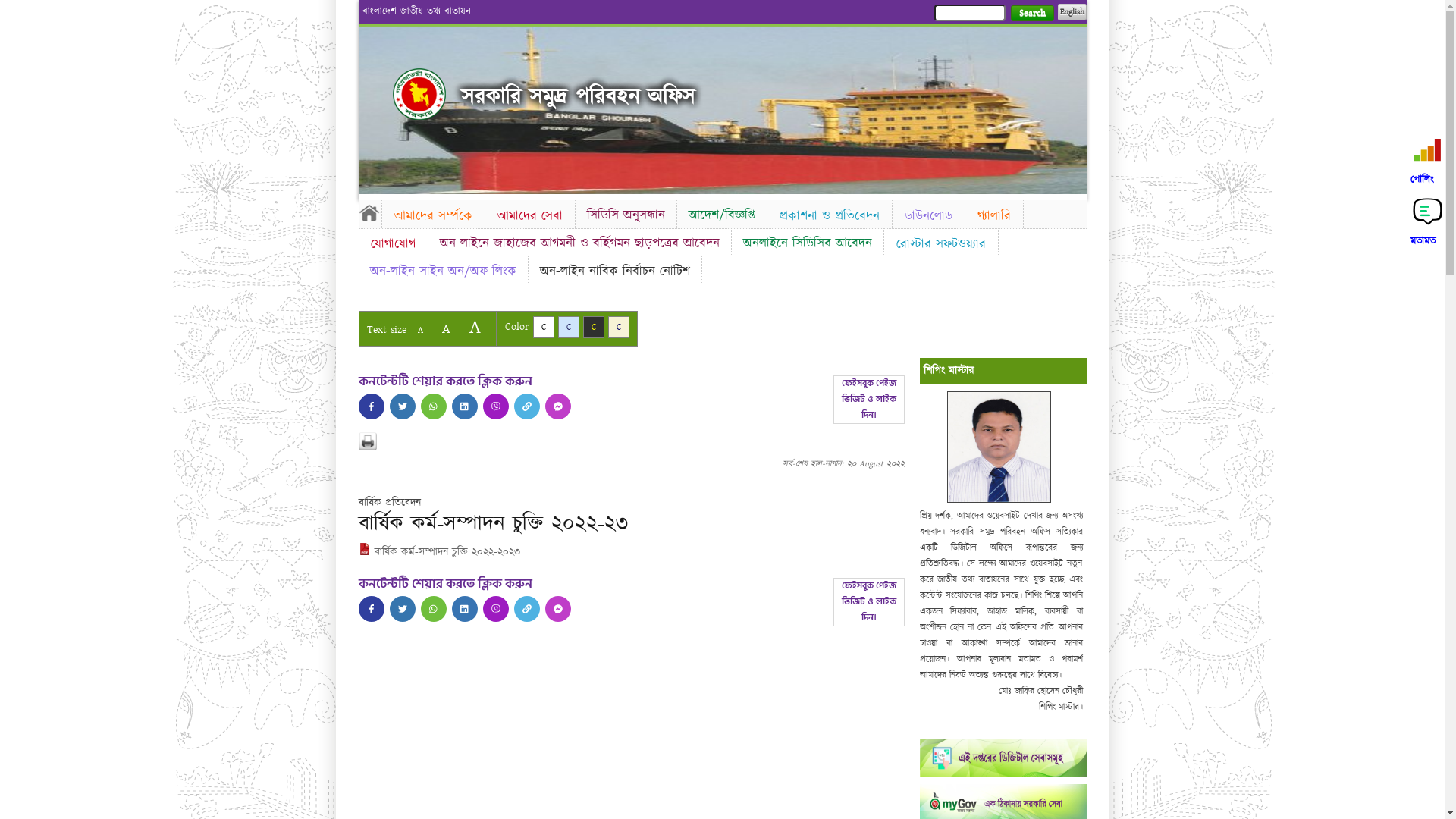  Describe the element at coordinates (619, 326) in the screenshot. I see `'C'` at that location.